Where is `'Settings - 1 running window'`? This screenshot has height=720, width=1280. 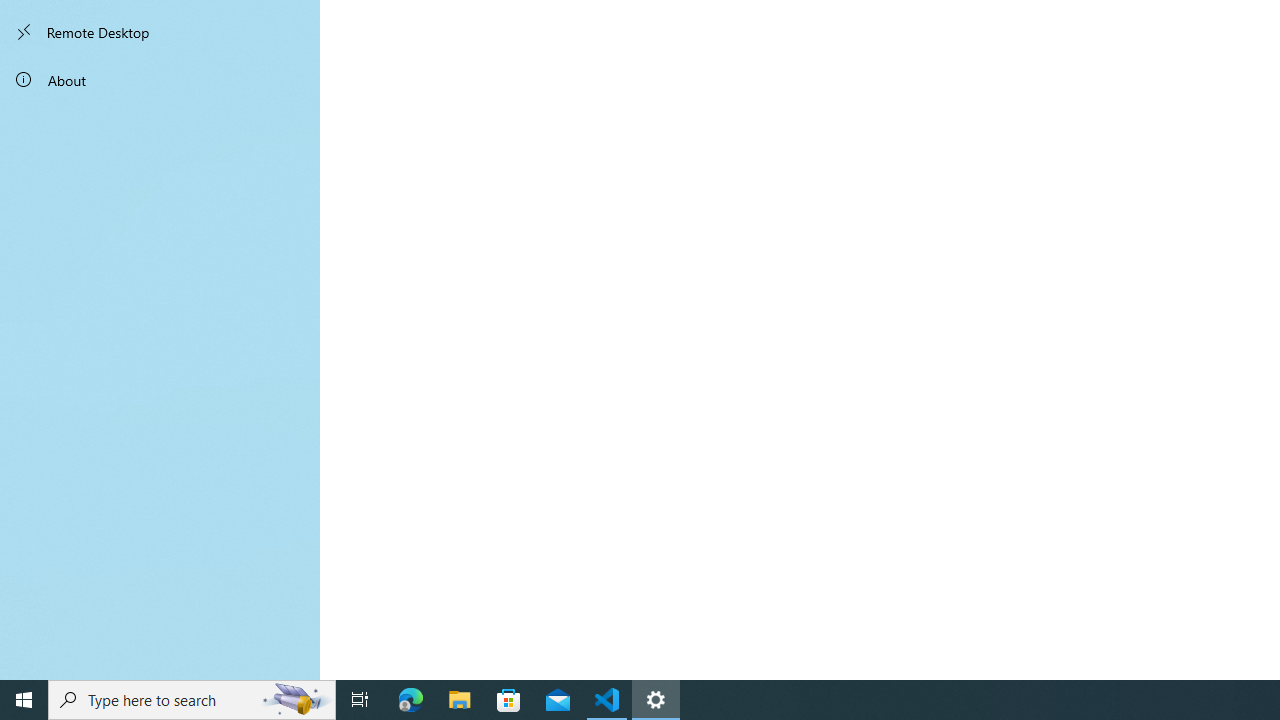
'Settings - 1 running window' is located at coordinates (656, 698).